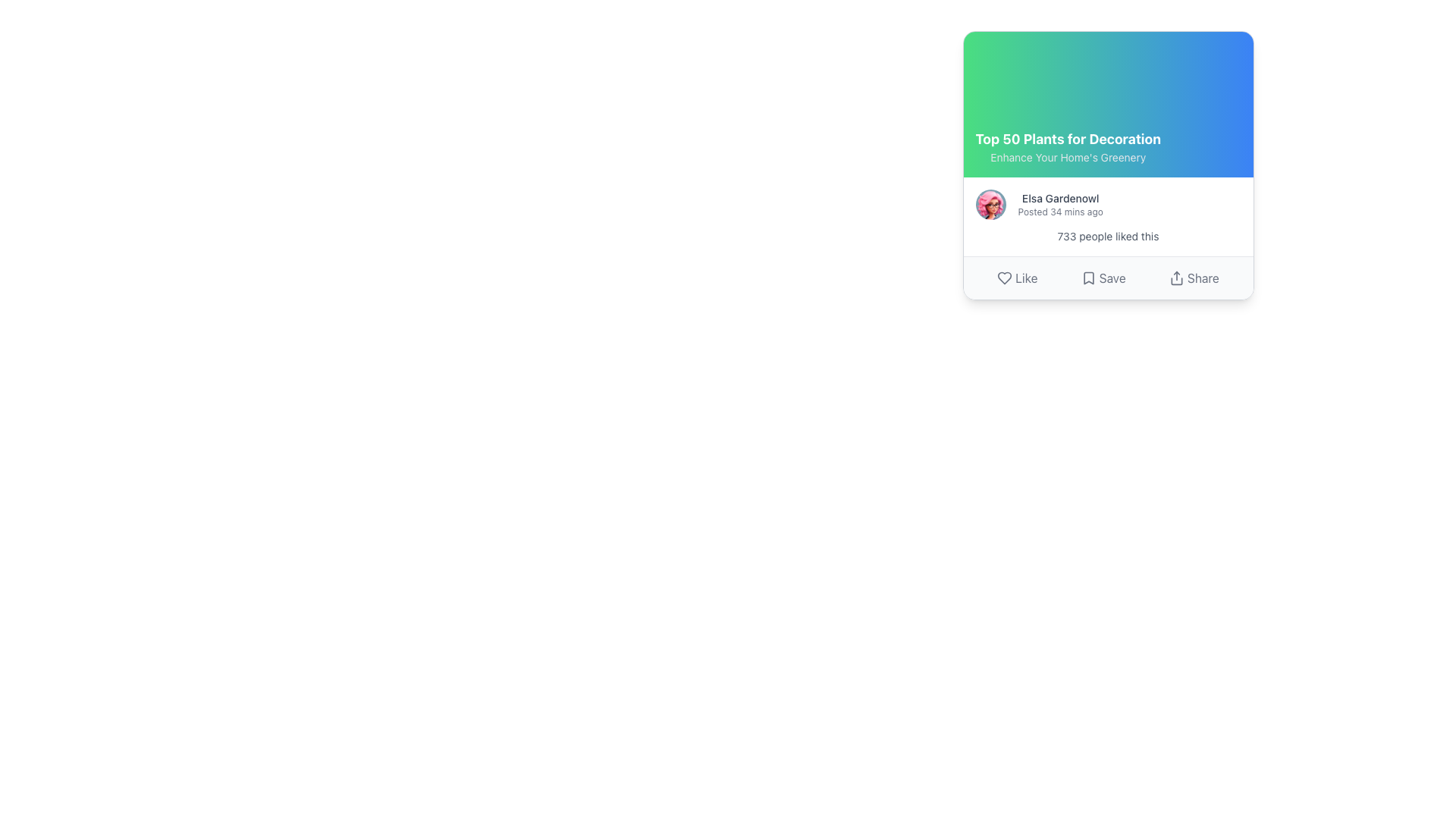 The height and width of the screenshot is (819, 1456). I want to click on the Text Label displaying the author's name located in the top-mid section of the content card, positioned directly above the text 'Posted 34 mins ago', so click(1059, 198).